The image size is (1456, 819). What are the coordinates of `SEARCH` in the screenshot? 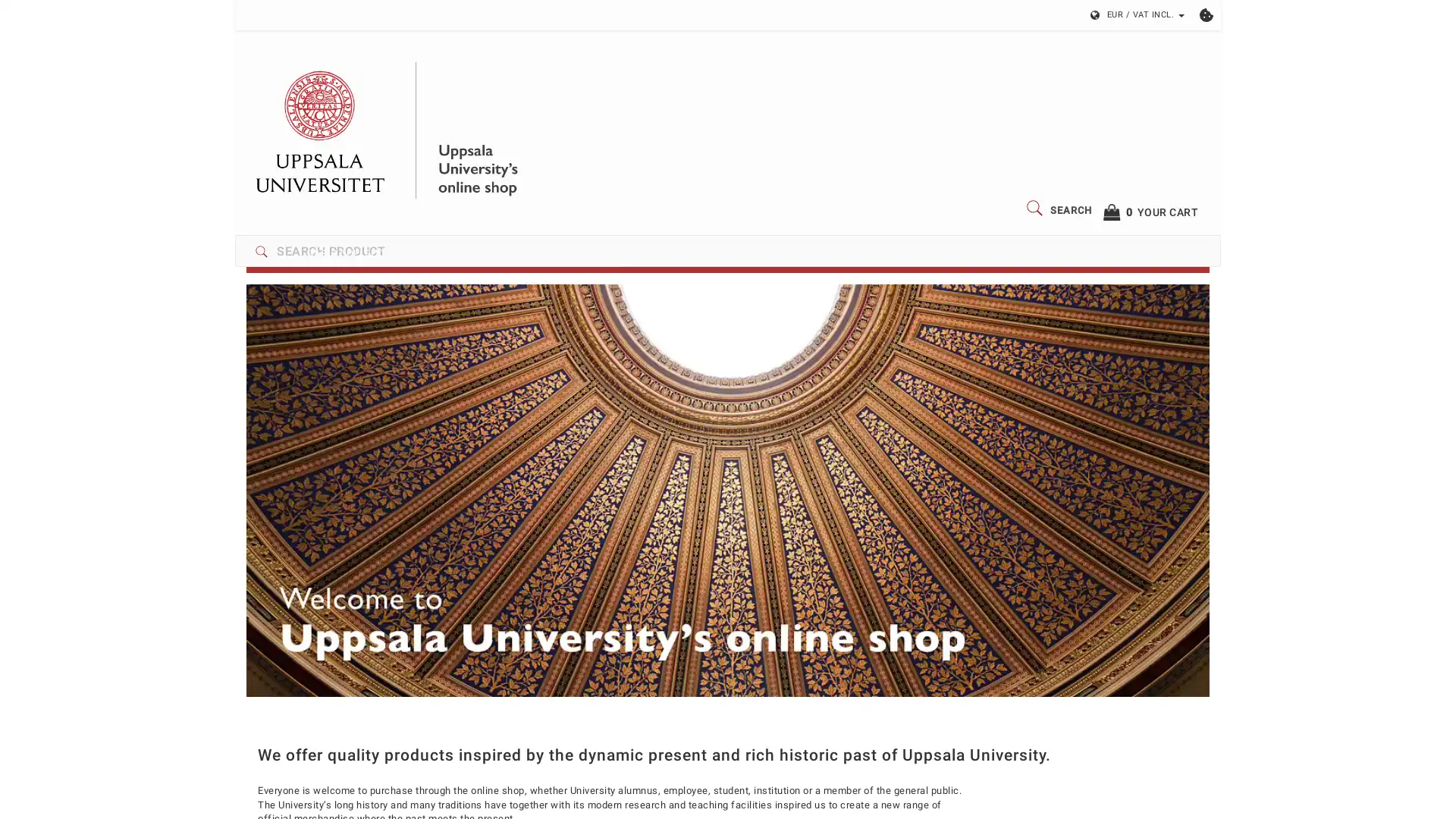 It's located at (1070, 210).